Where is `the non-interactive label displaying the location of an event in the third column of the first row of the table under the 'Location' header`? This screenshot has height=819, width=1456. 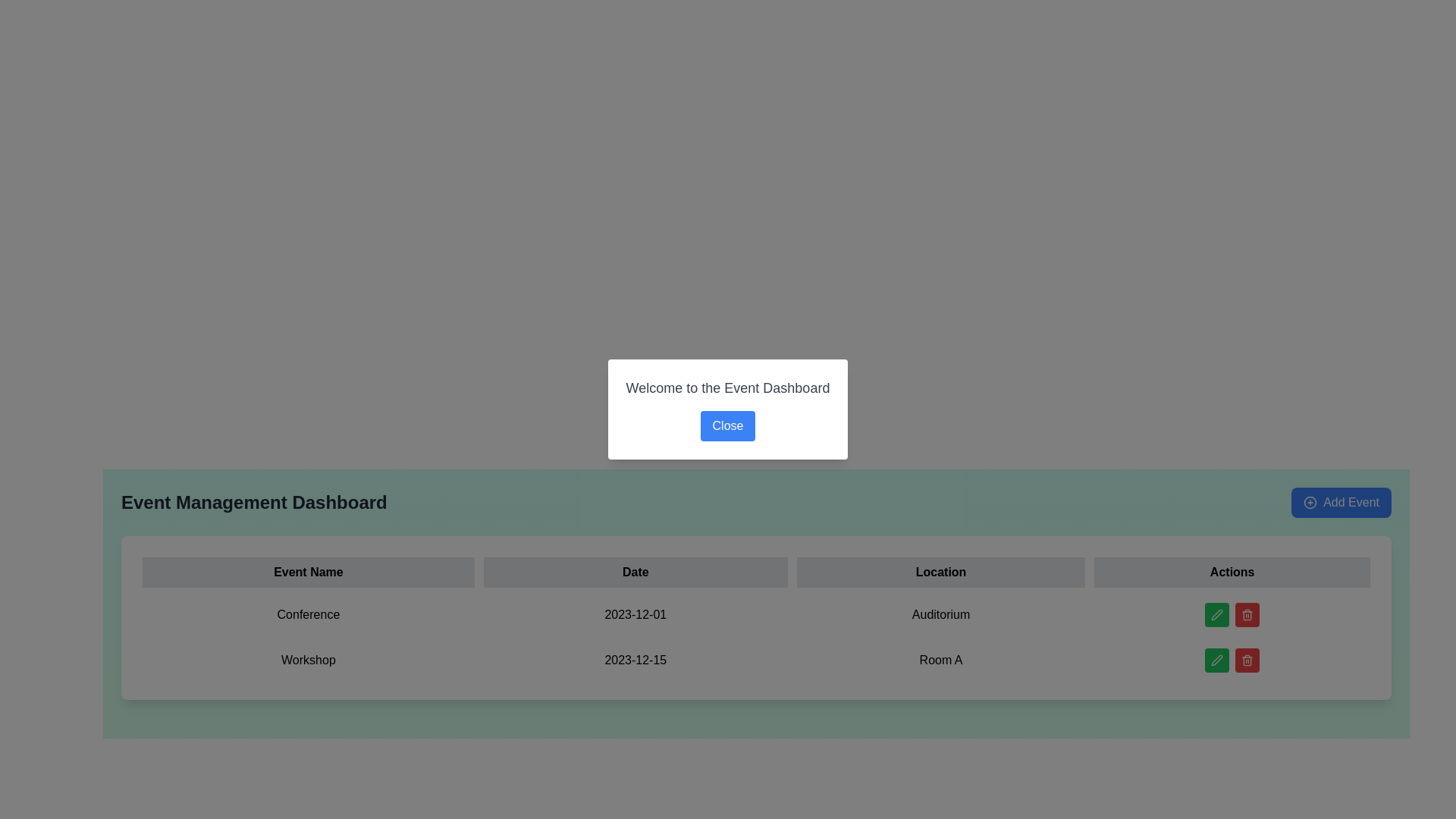
the non-interactive label displaying the location of an event in the third column of the first row of the table under the 'Location' header is located at coordinates (940, 614).